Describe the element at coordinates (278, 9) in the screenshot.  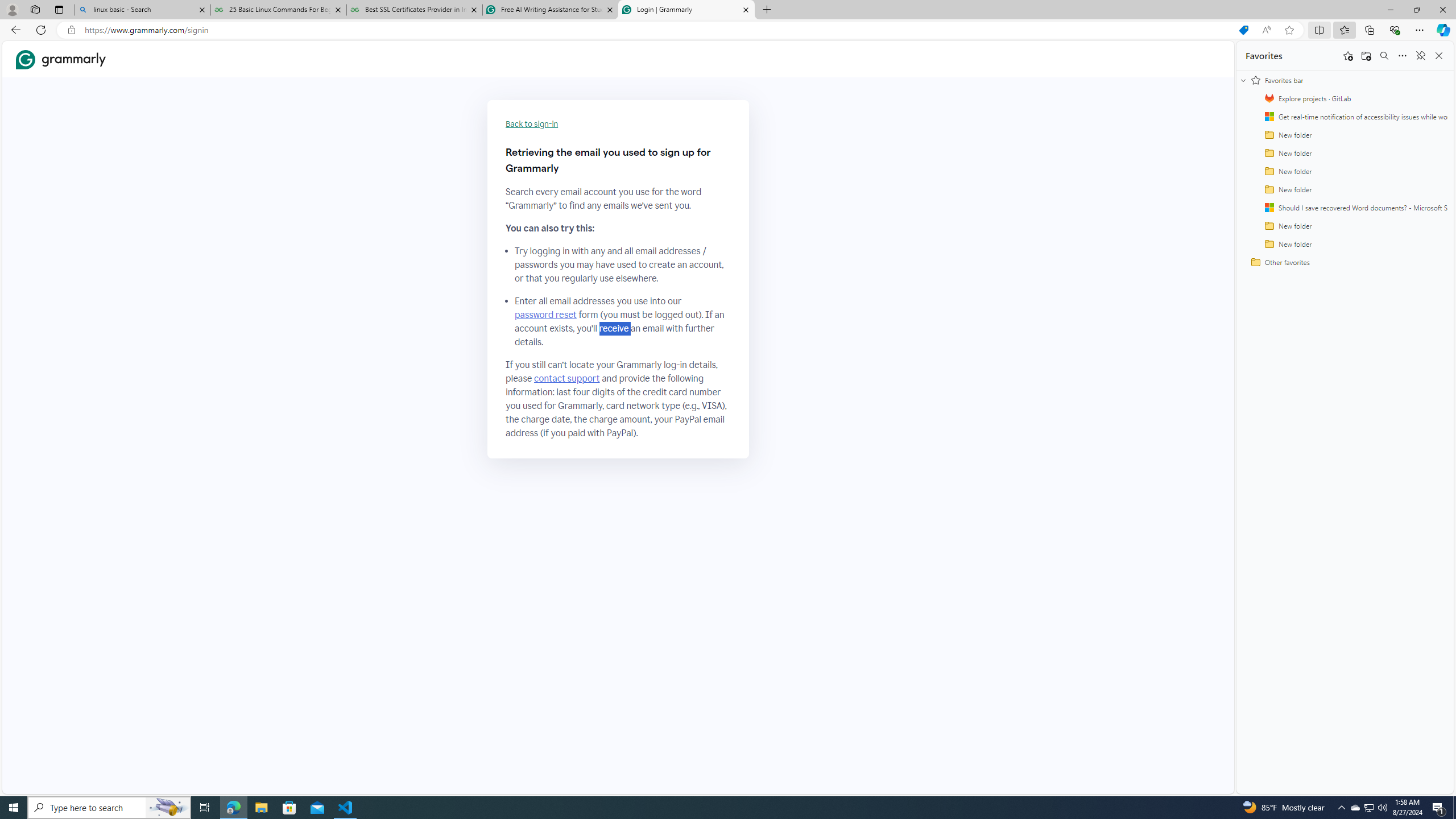
I see `'25 Basic Linux Commands For Beginners - GeeksforGeeks'` at that location.